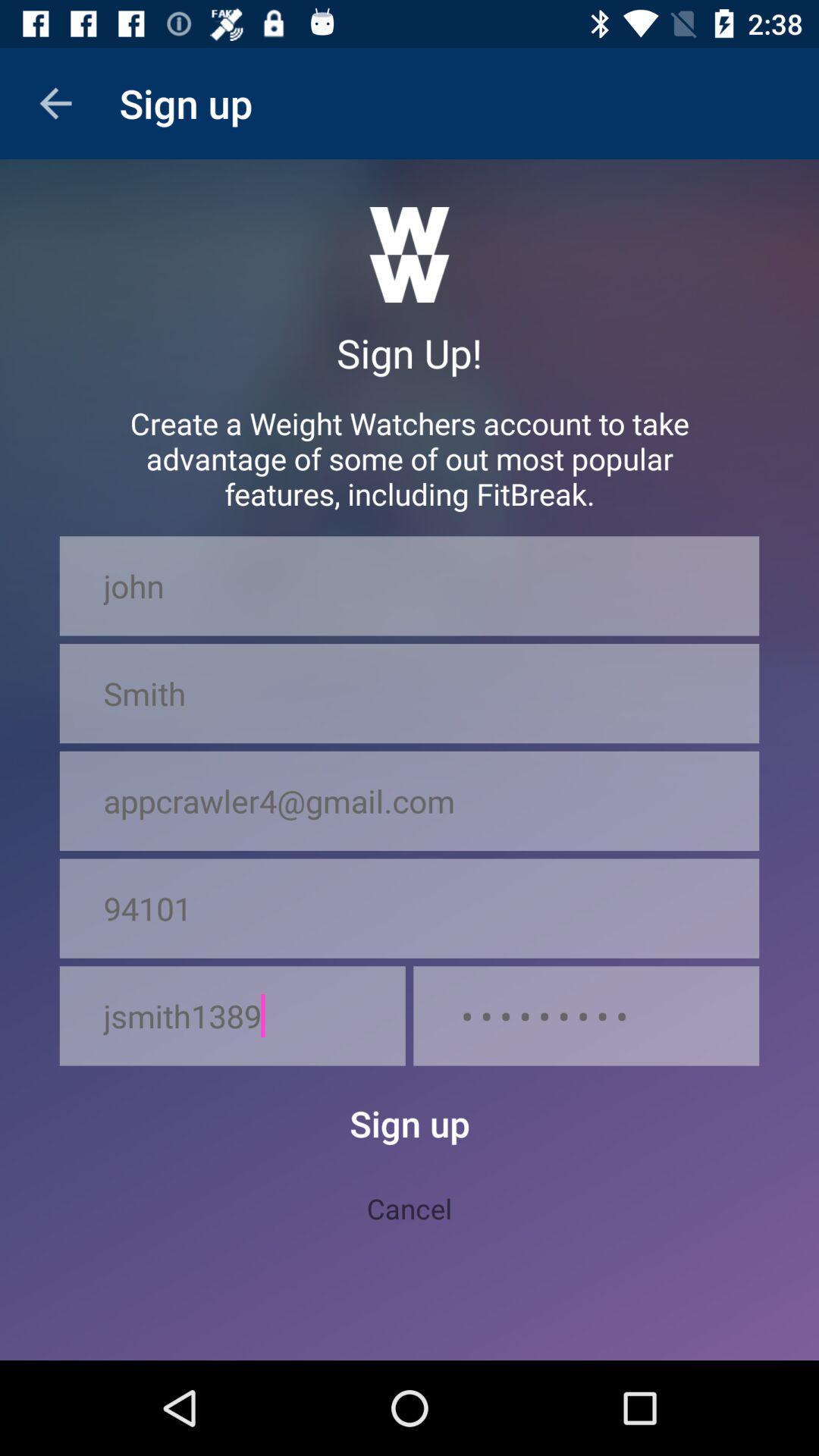 Image resolution: width=819 pixels, height=1456 pixels. I want to click on appcrawler4@gmail.com icon, so click(409, 800).